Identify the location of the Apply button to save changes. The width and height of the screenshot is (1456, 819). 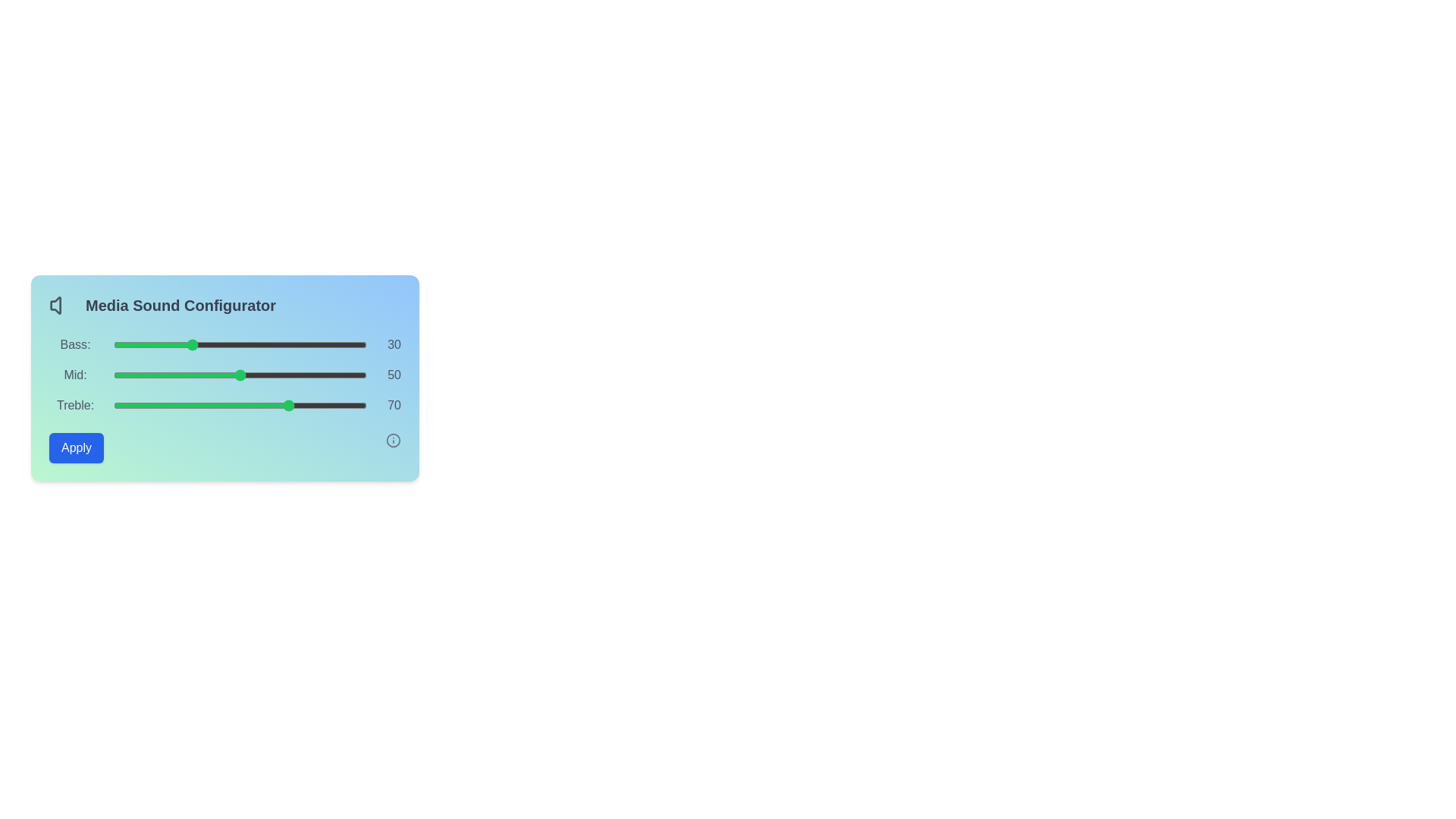
(75, 447).